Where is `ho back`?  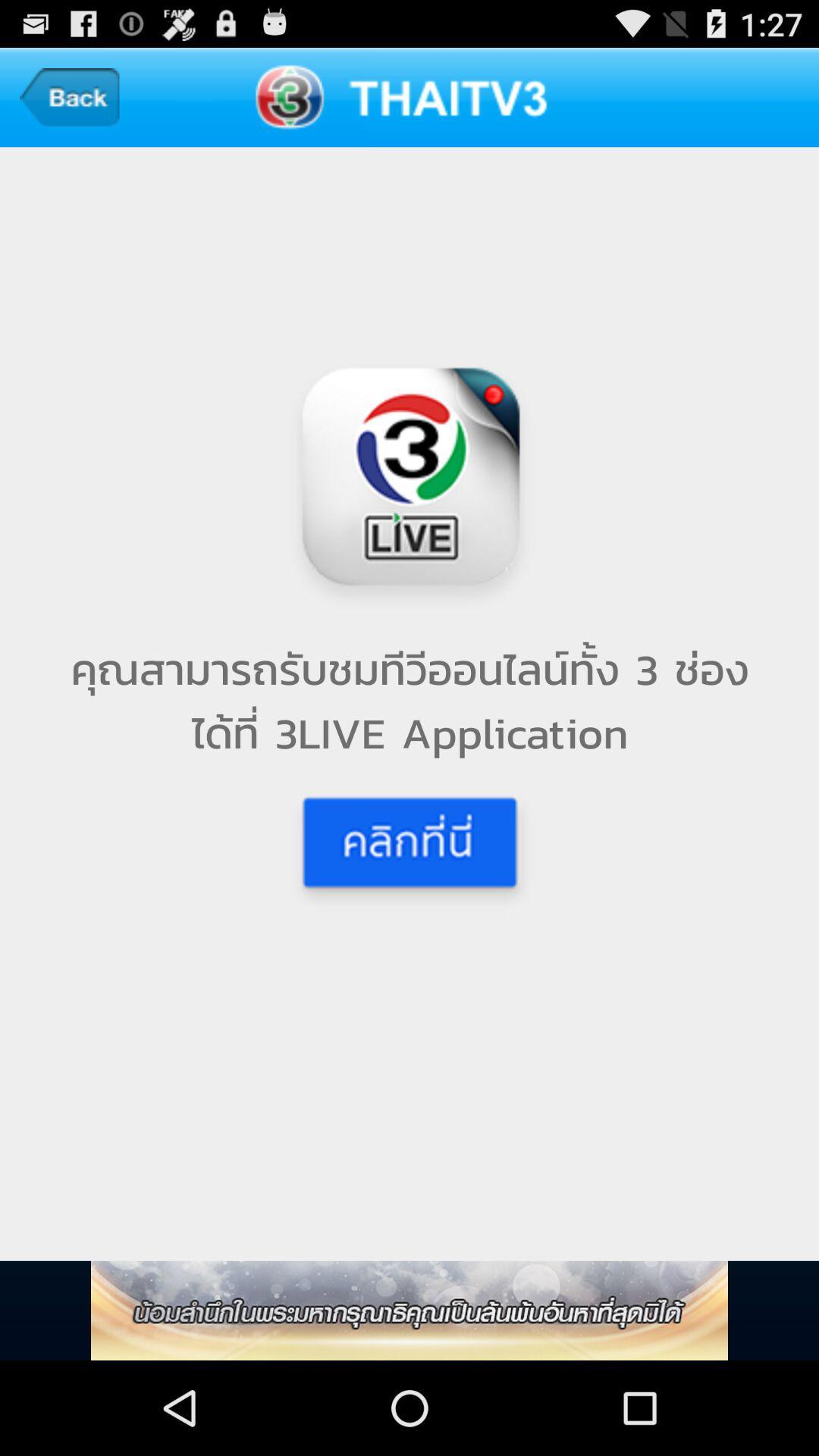 ho back is located at coordinates (69, 96).